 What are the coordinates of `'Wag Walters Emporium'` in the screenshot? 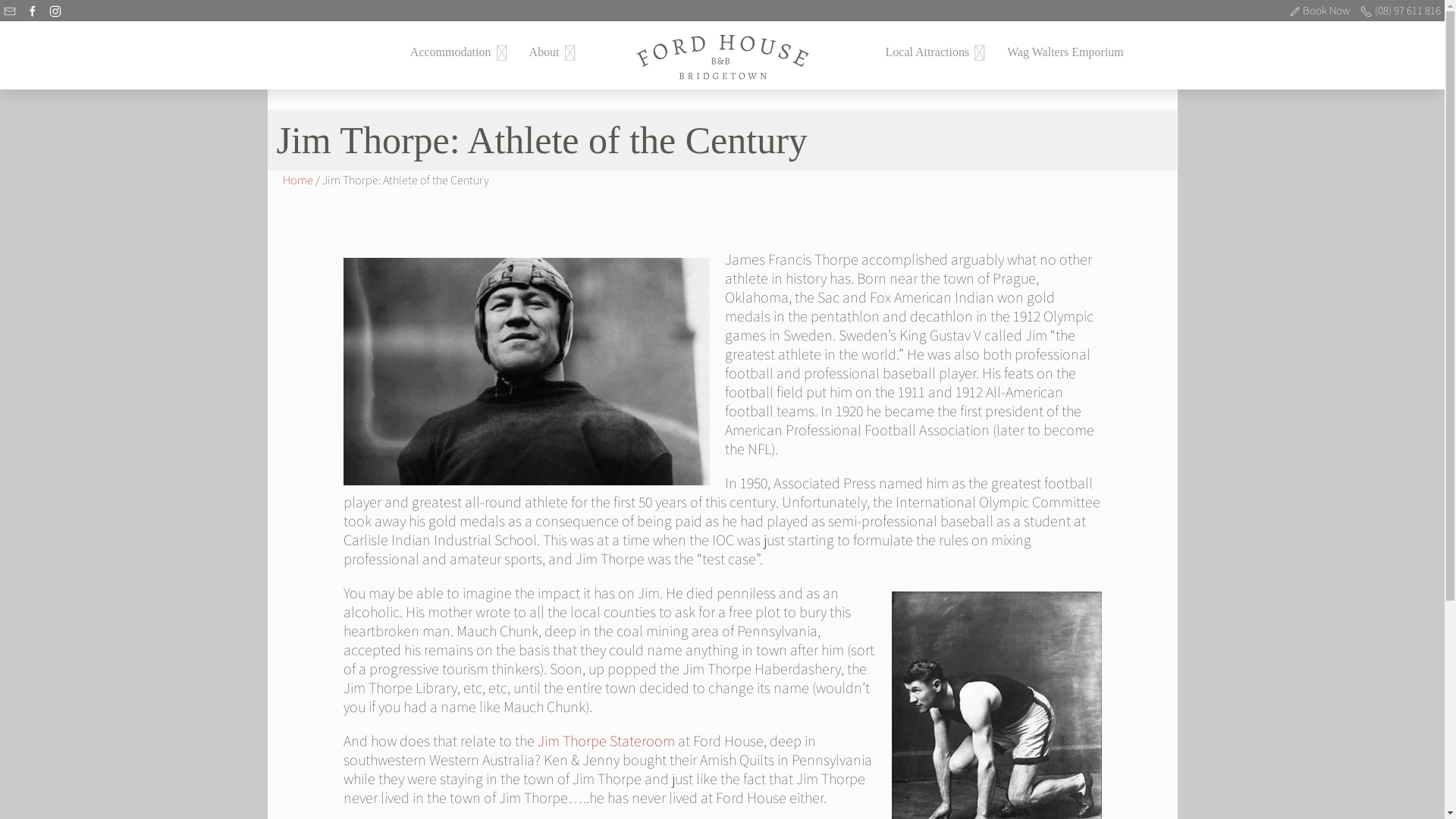 It's located at (1065, 51).